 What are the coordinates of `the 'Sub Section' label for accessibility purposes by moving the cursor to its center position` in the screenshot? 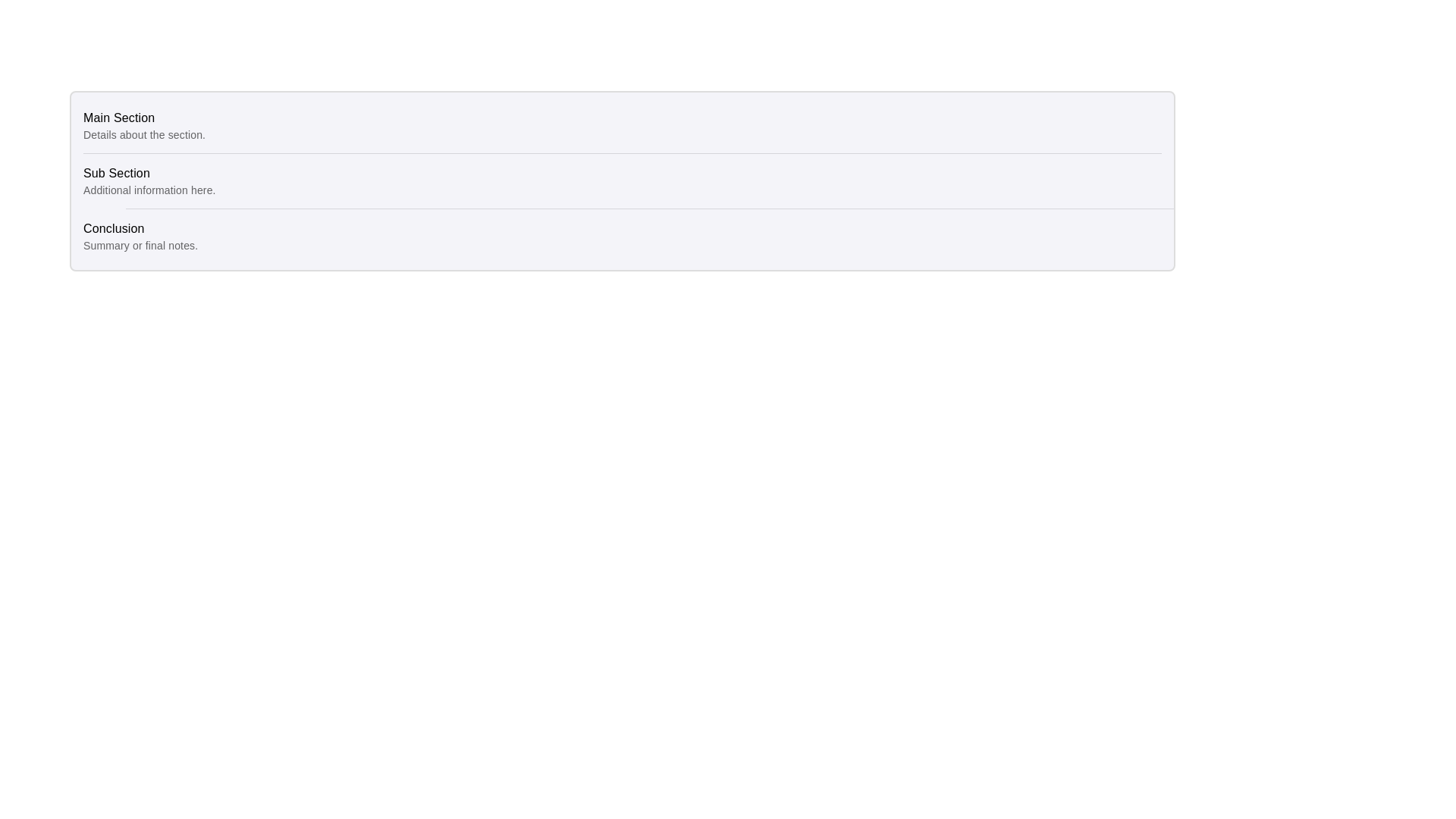 It's located at (622, 172).